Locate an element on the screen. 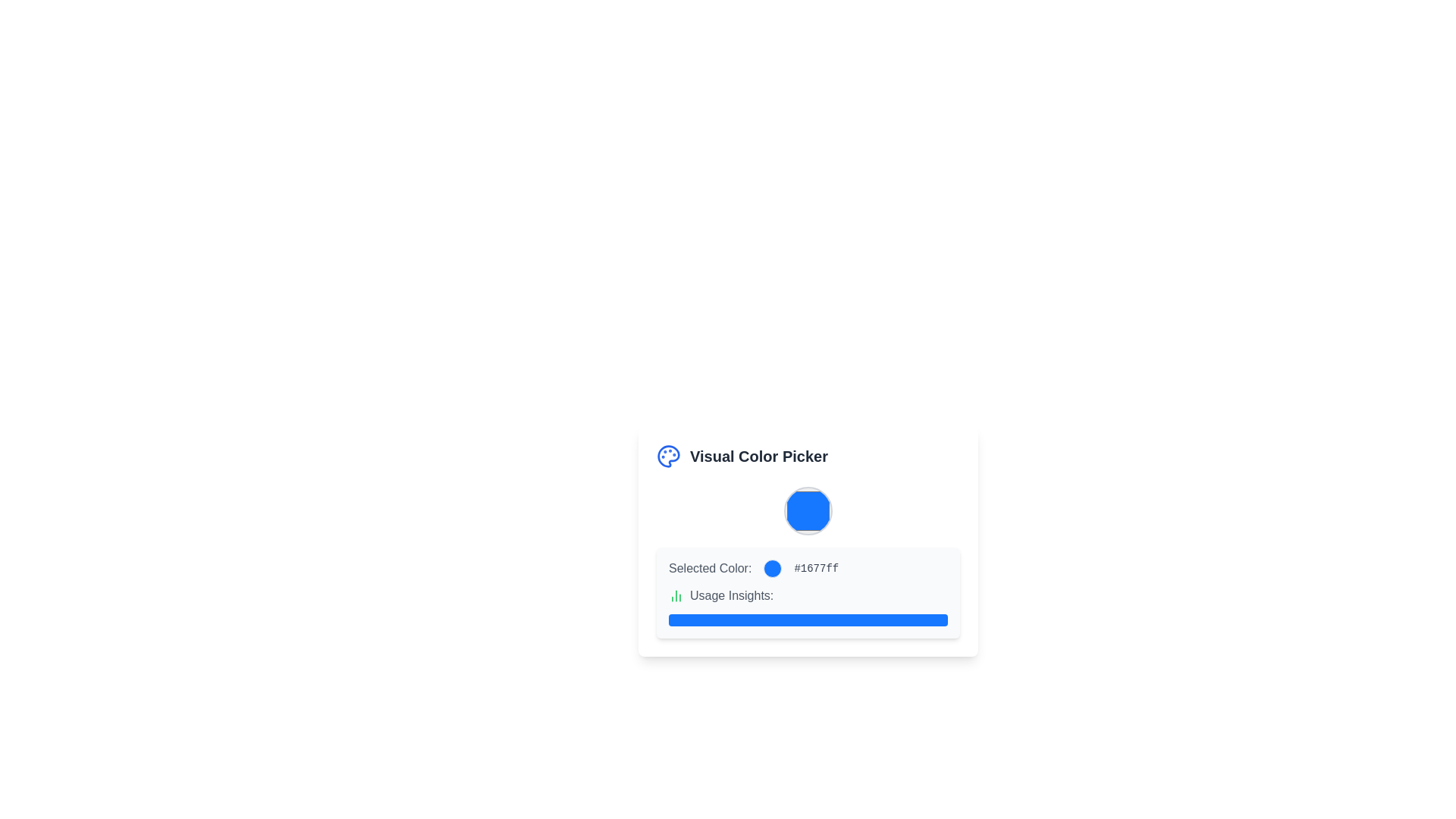 The image size is (1456, 819). the blue painter's palette icon located to the left of the 'Visual Color Picker' text is located at coordinates (668, 455).